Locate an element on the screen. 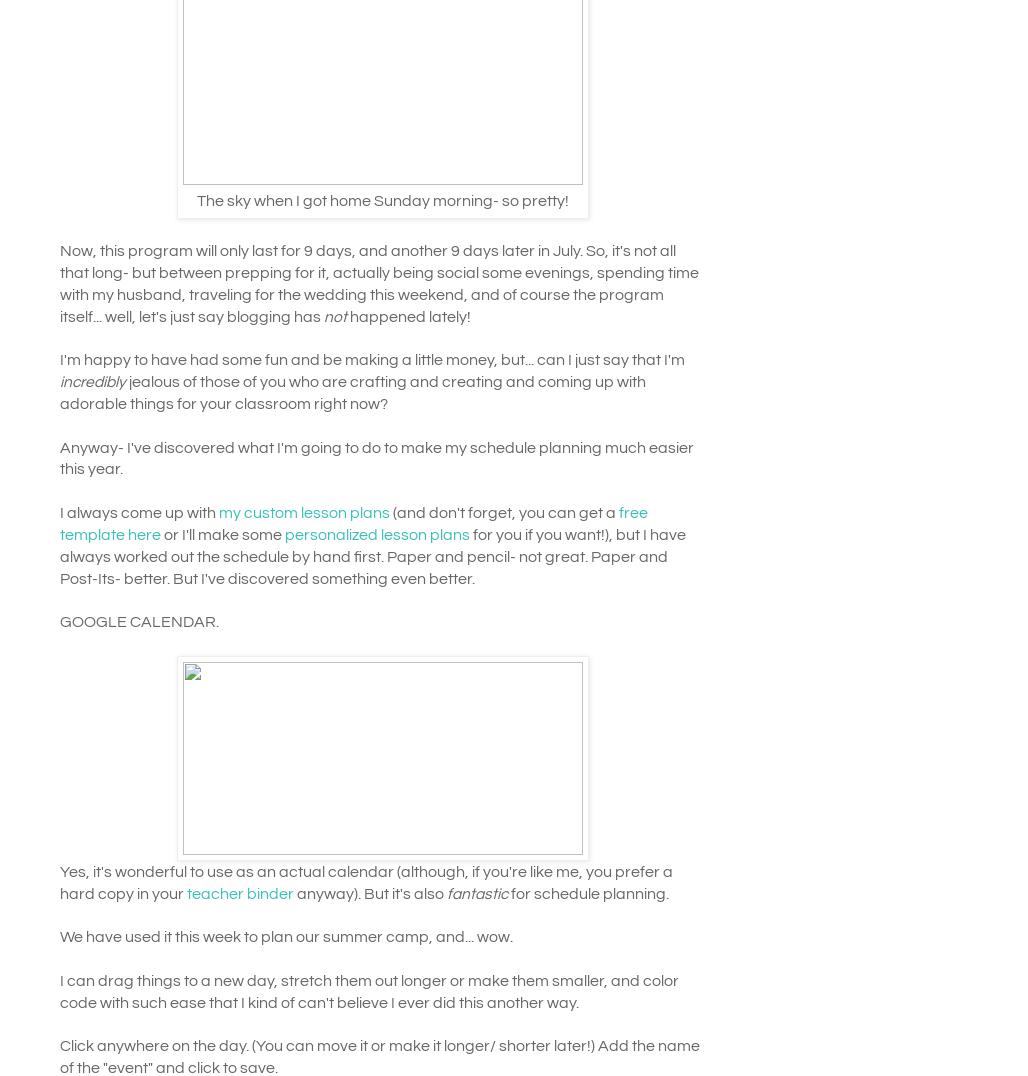  'We have used it this week to plan our summer camp, and... wow.' is located at coordinates (60, 935).